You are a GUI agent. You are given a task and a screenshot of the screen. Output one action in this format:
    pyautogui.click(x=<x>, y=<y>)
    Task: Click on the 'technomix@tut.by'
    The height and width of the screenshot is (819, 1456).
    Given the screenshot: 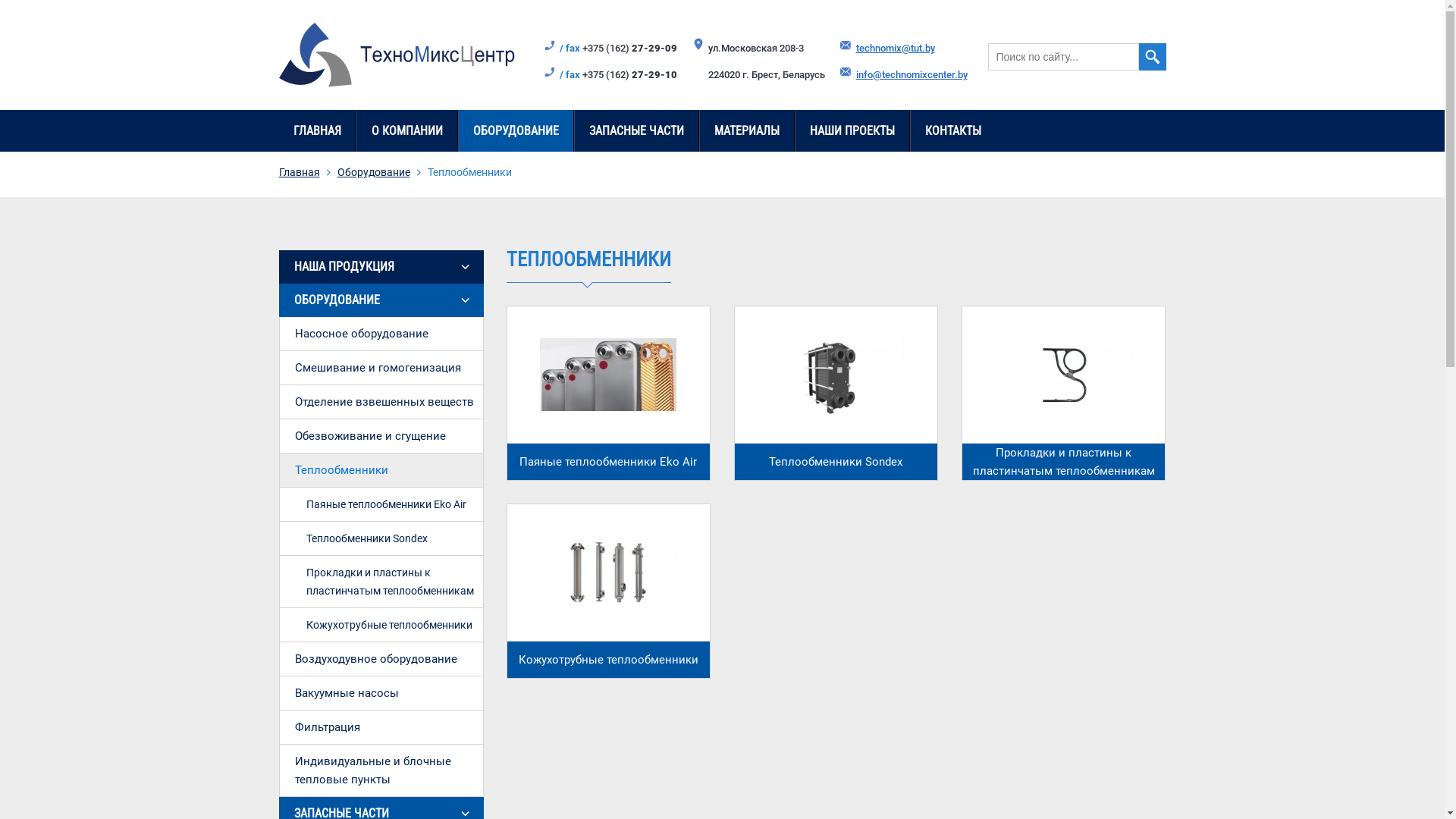 What is the action you would take?
    pyautogui.click(x=895, y=47)
    